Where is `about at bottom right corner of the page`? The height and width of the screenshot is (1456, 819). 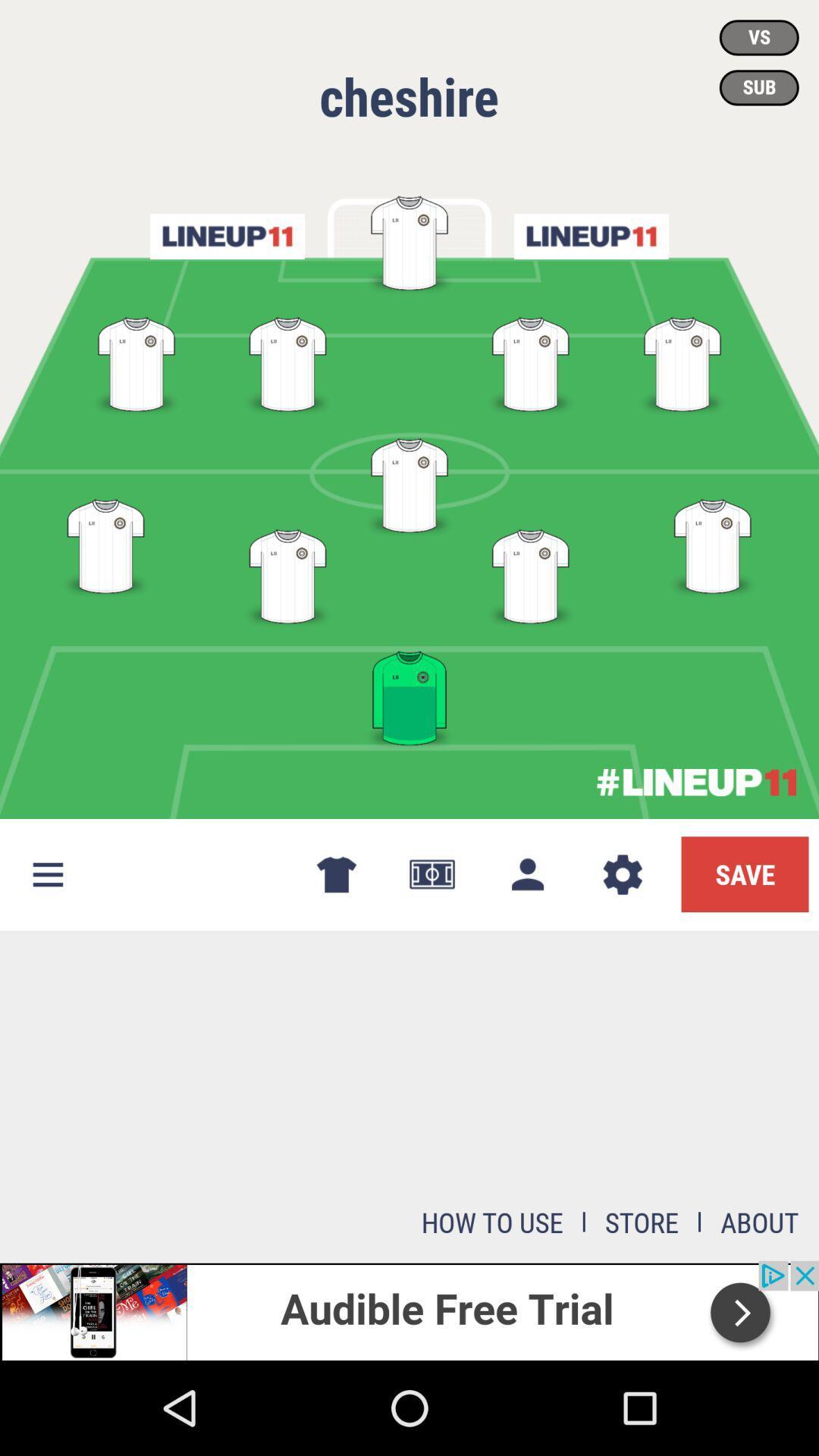
about at bottom right corner of the page is located at coordinates (760, 1222).